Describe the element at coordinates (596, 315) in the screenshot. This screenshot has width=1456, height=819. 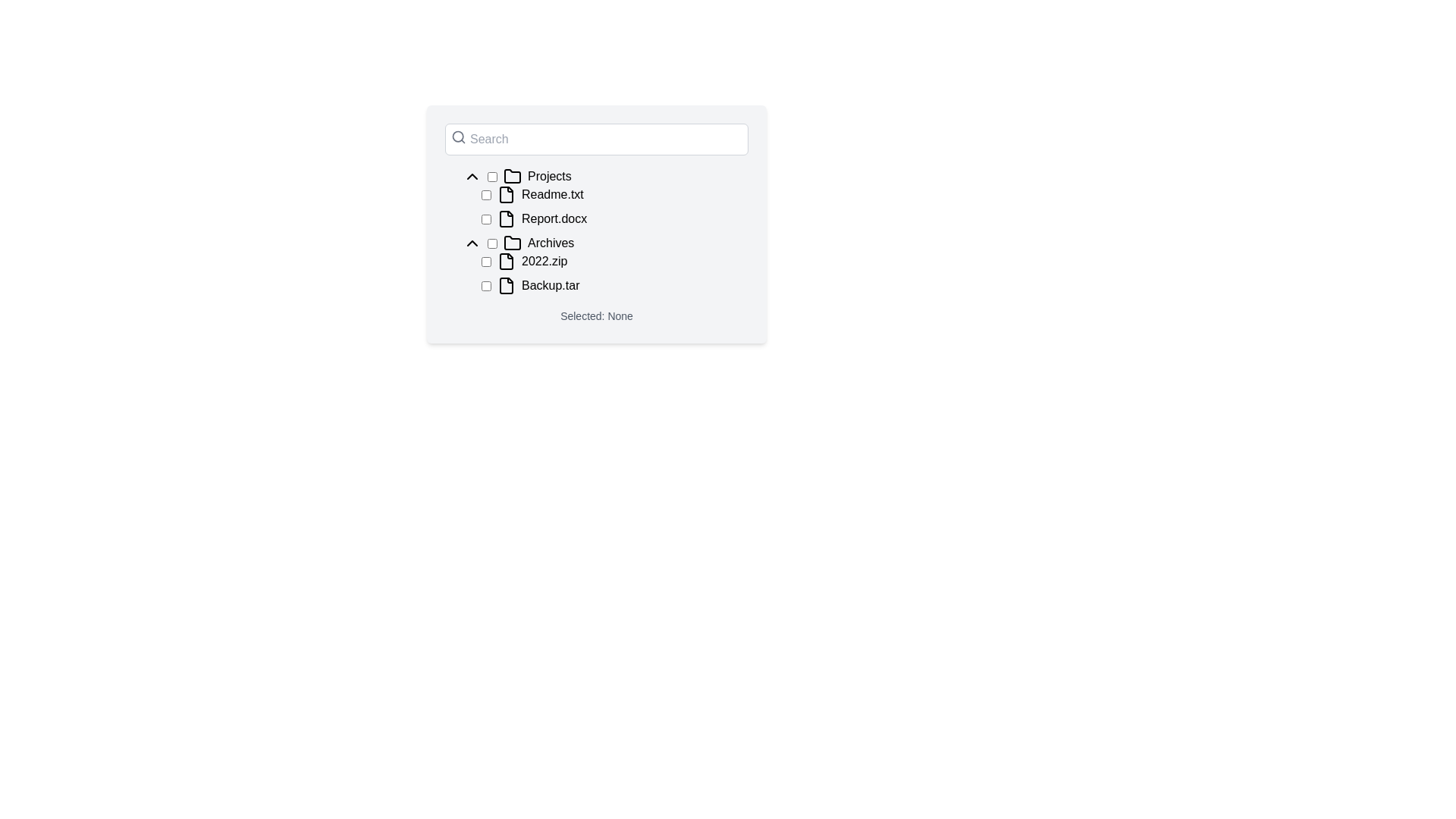
I see `the text label displaying 'Selected: None', which is styled in gray and located at the bottom center of the view beneath the file explorer interface` at that location.